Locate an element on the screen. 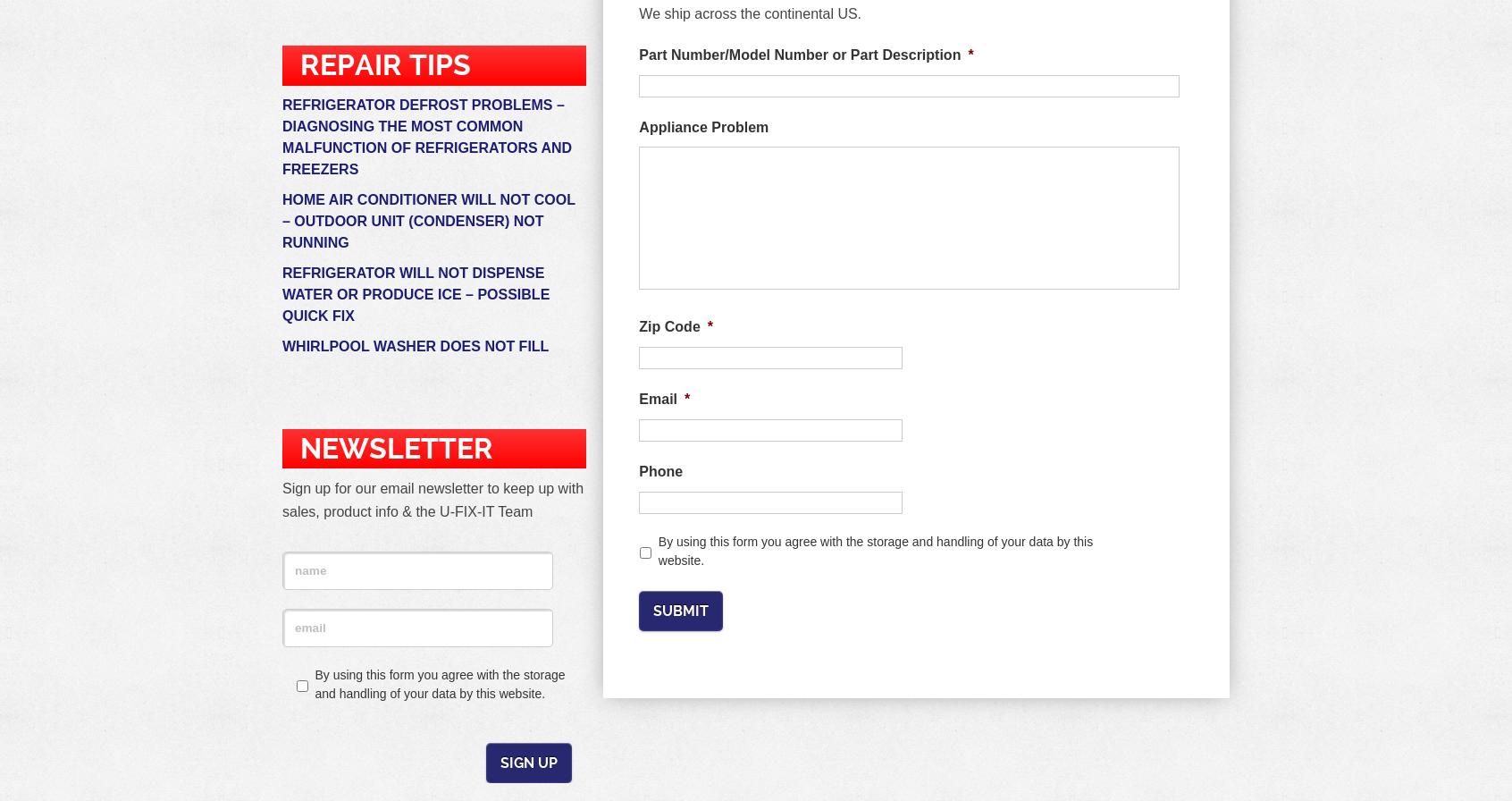 The height and width of the screenshot is (801, 1512). 'Phone' is located at coordinates (659, 471).